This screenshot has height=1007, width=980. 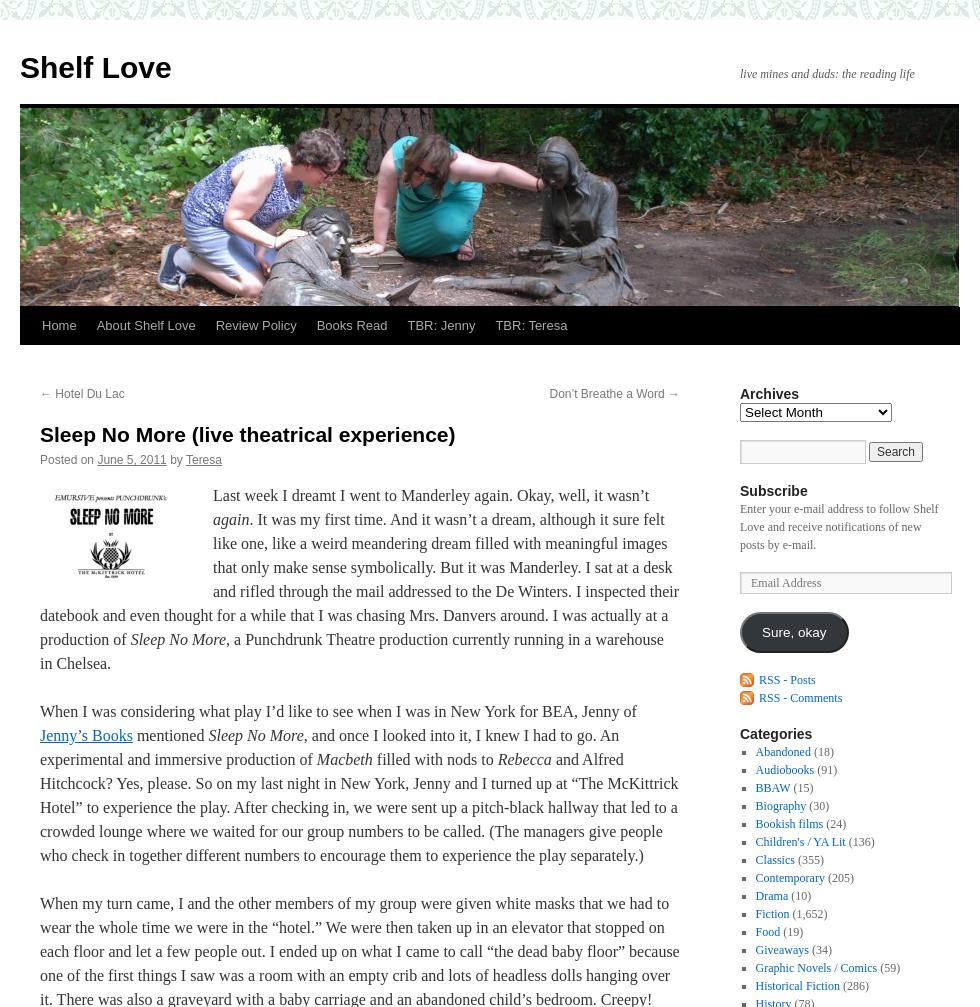 I want to click on 'Subscribe', so click(x=773, y=491).